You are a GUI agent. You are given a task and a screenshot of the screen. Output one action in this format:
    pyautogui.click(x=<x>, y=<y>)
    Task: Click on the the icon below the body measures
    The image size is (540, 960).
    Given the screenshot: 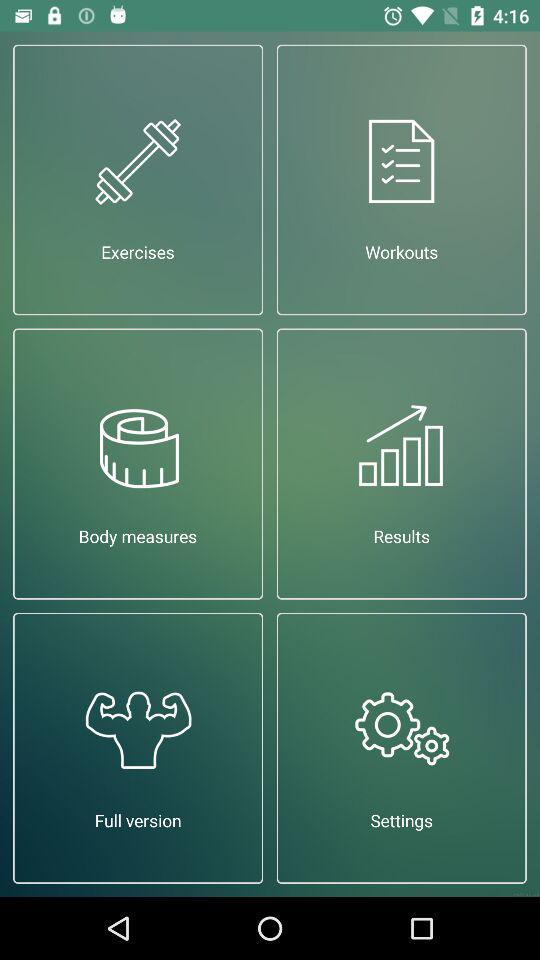 What is the action you would take?
    pyautogui.click(x=137, y=747)
    